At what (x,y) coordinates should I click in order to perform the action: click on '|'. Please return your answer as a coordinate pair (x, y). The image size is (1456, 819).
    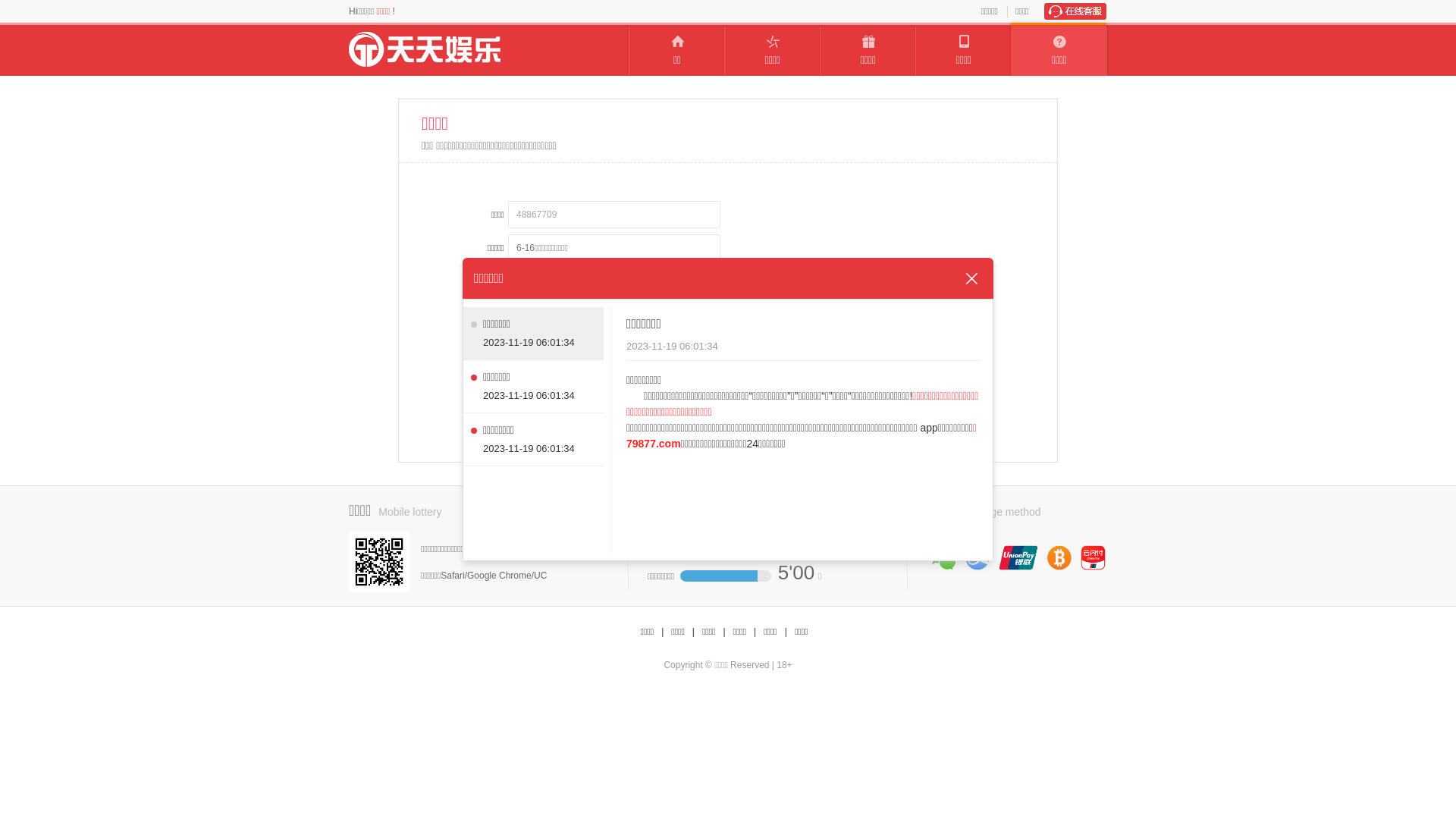
    Looking at the image, I should click on (662, 632).